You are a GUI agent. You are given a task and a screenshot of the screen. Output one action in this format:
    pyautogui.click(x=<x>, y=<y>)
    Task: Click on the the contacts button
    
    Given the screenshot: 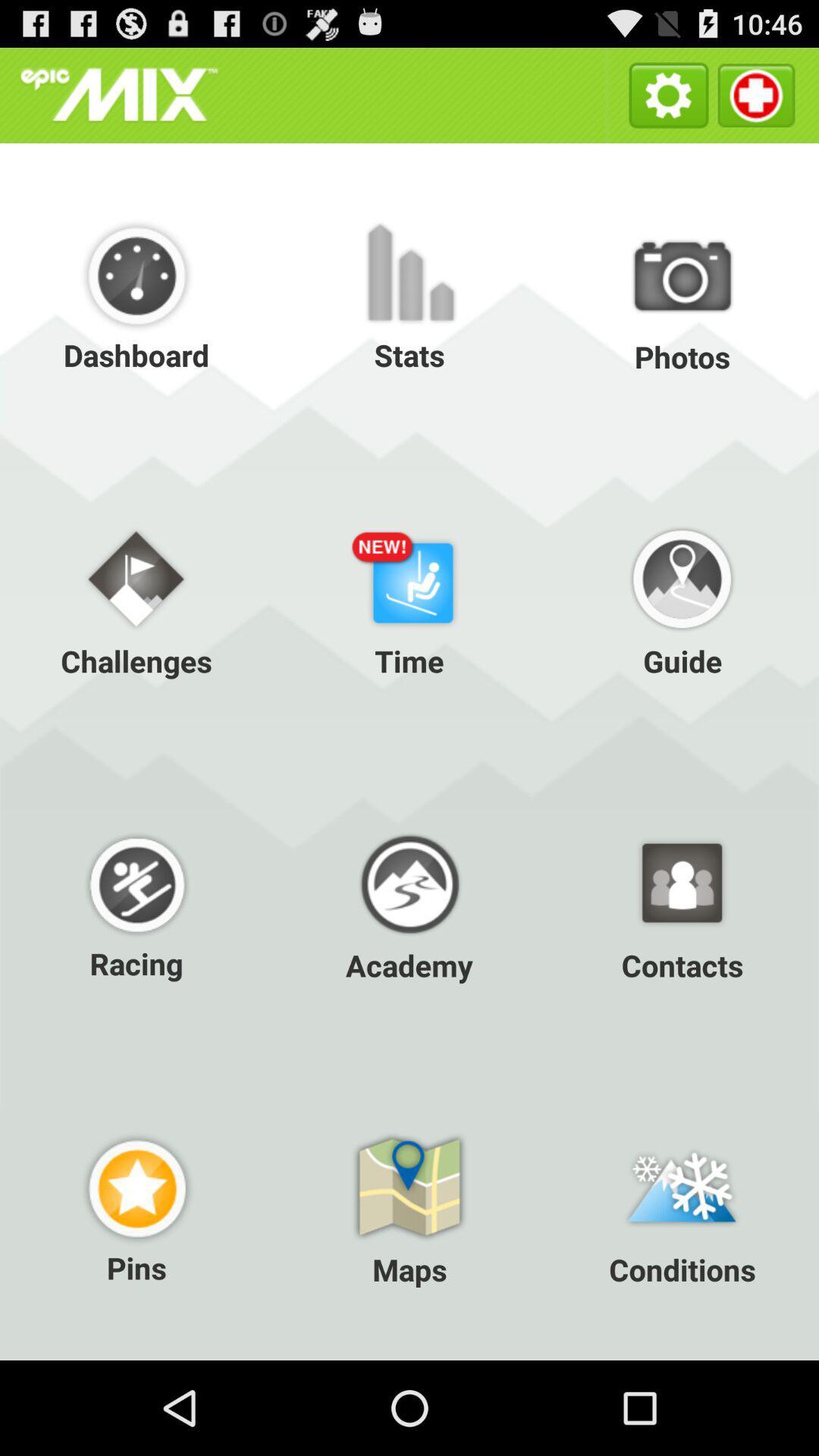 What is the action you would take?
    pyautogui.click(x=681, y=903)
    